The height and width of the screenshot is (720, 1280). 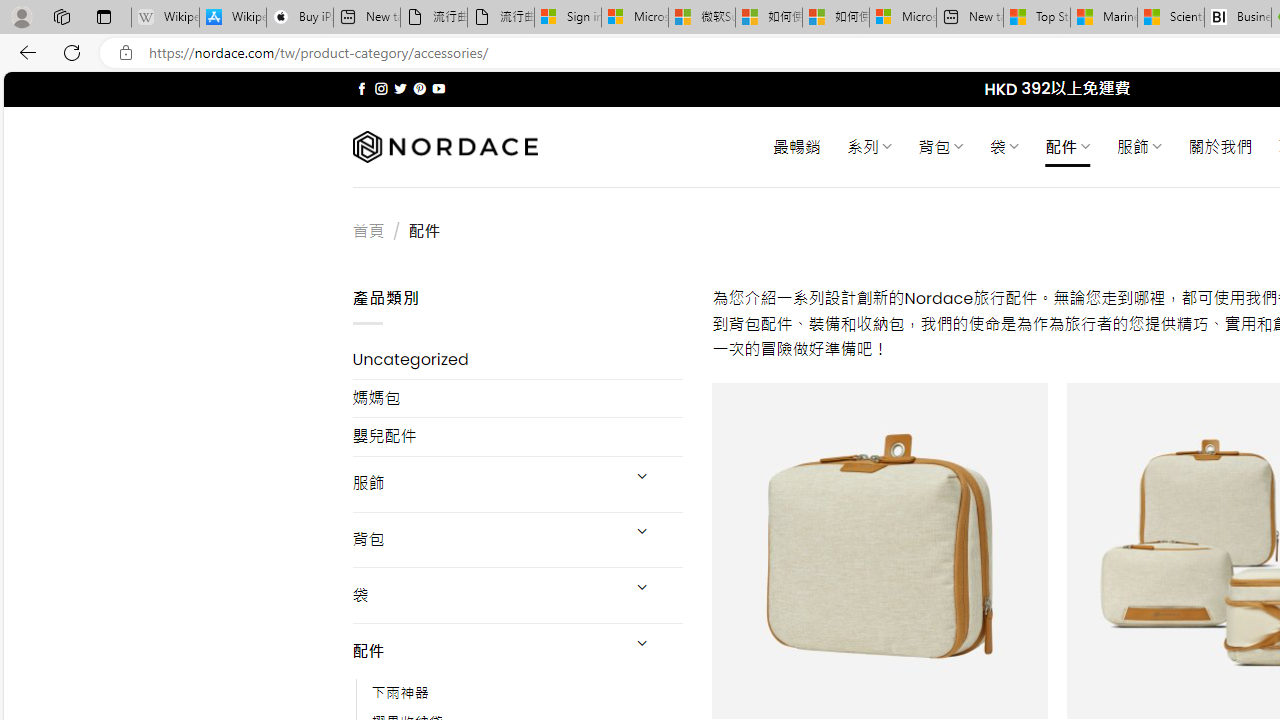 I want to click on 'Marine life - MSN', so click(x=1103, y=17).